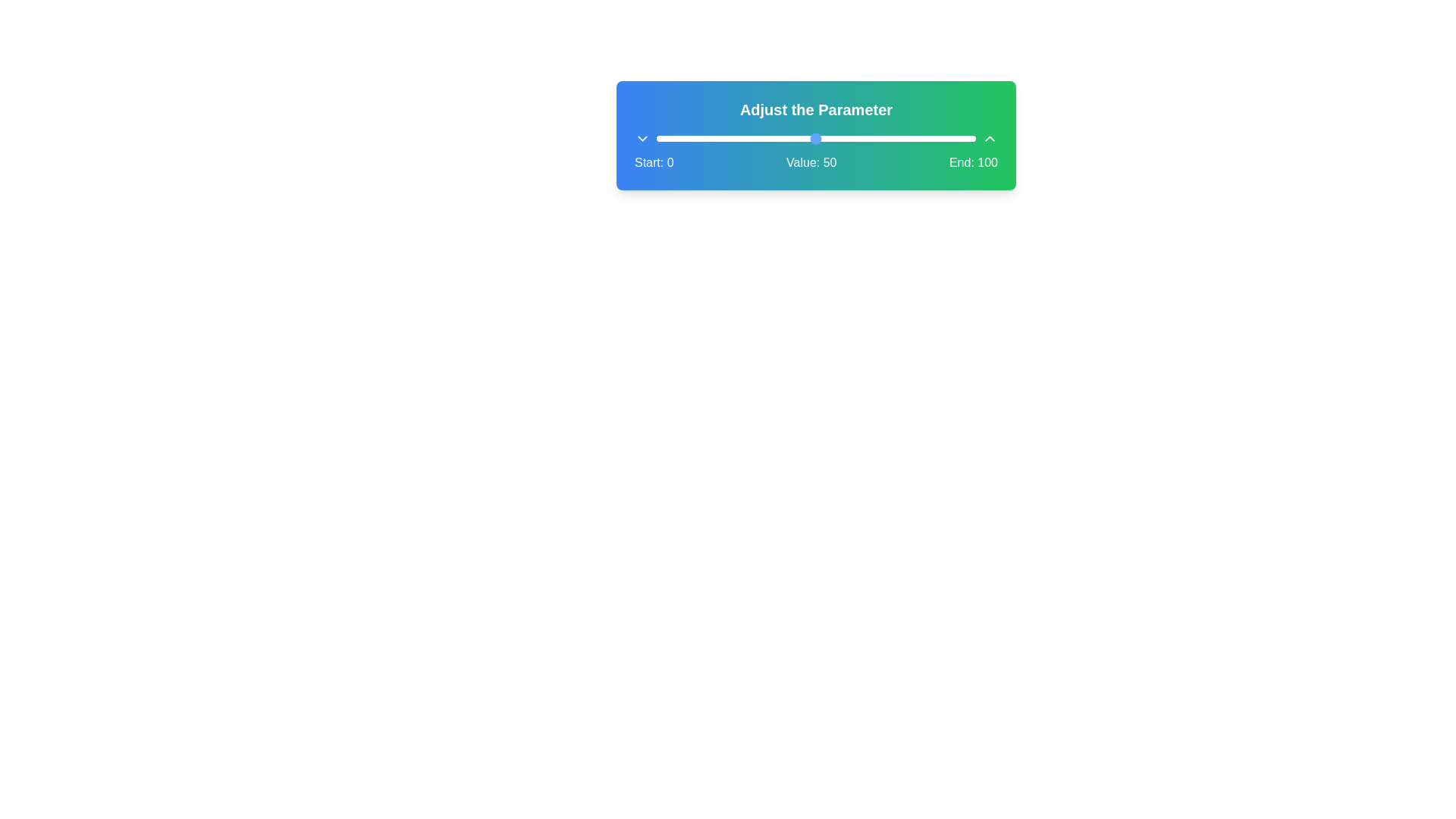 The height and width of the screenshot is (819, 1456). I want to click on the parameter, so click(736, 138).